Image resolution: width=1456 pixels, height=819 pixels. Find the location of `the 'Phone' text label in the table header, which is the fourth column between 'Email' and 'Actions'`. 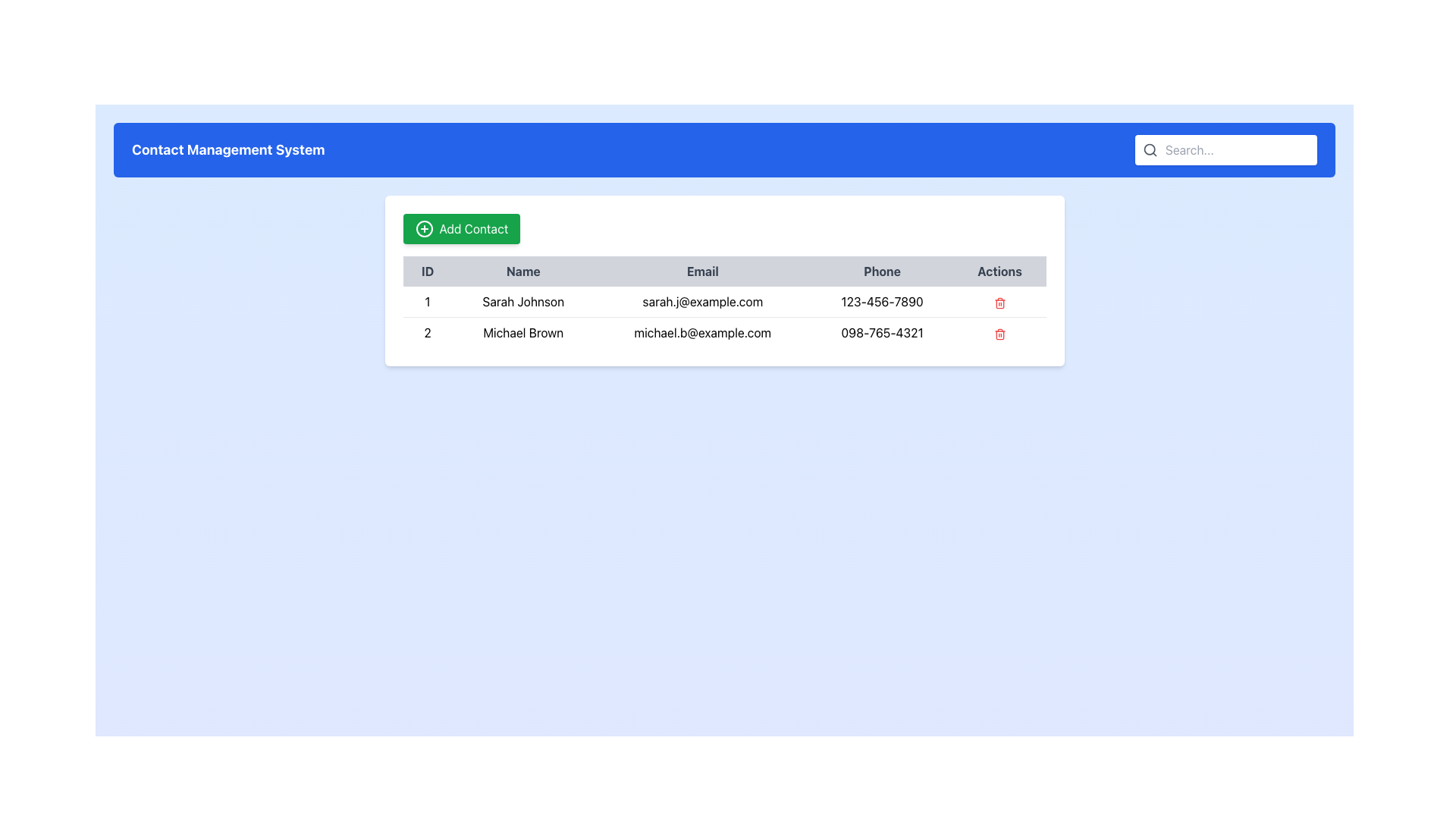

the 'Phone' text label in the table header, which is the fourth column between 'Email' and 'Actions' is located at coordinates (882, 271).